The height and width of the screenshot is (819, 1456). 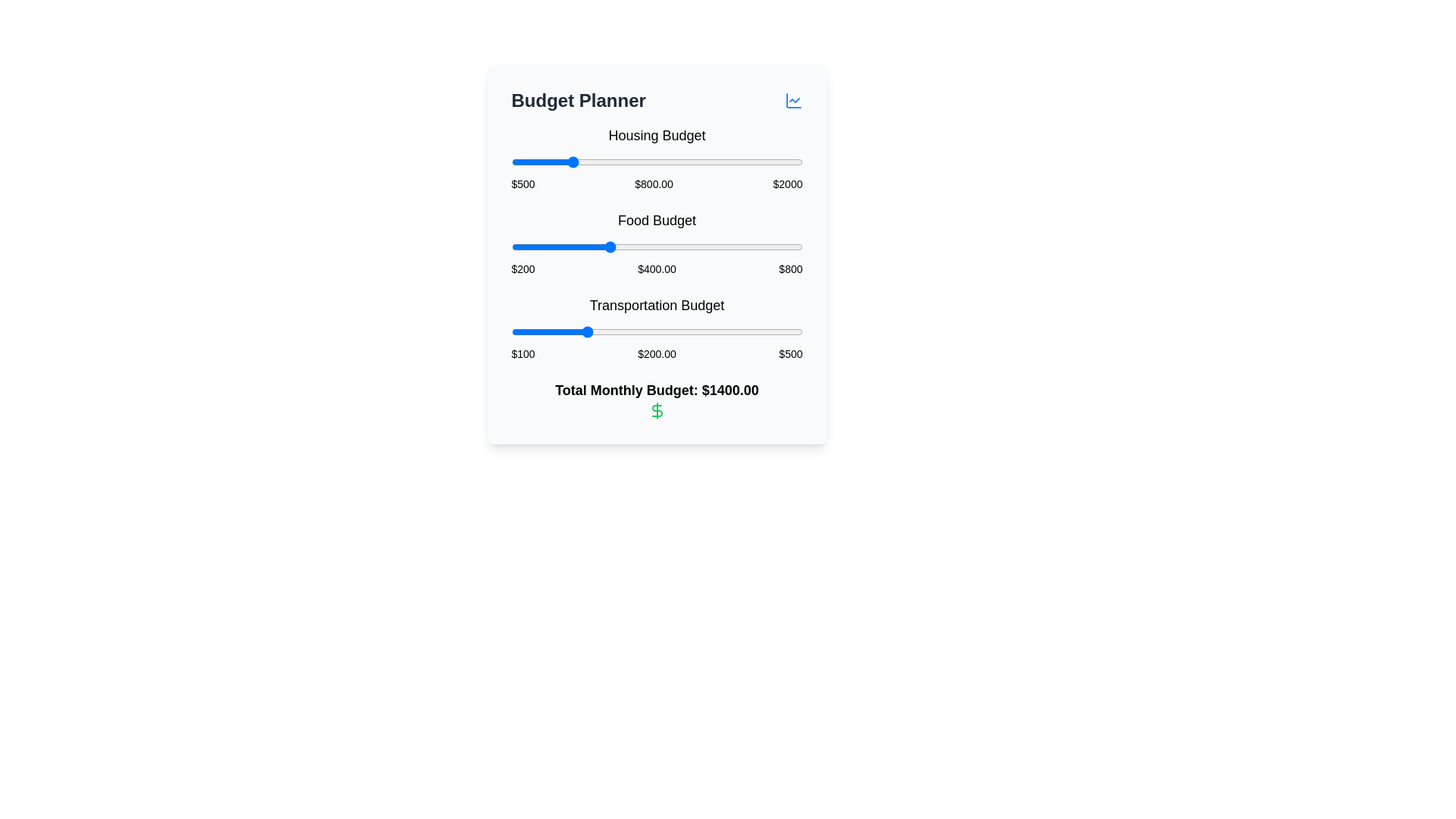 What do you see at coordinates (712, 246) in the screenshot?
I see `the Food Budget slider` at bounding box center [712, 246].